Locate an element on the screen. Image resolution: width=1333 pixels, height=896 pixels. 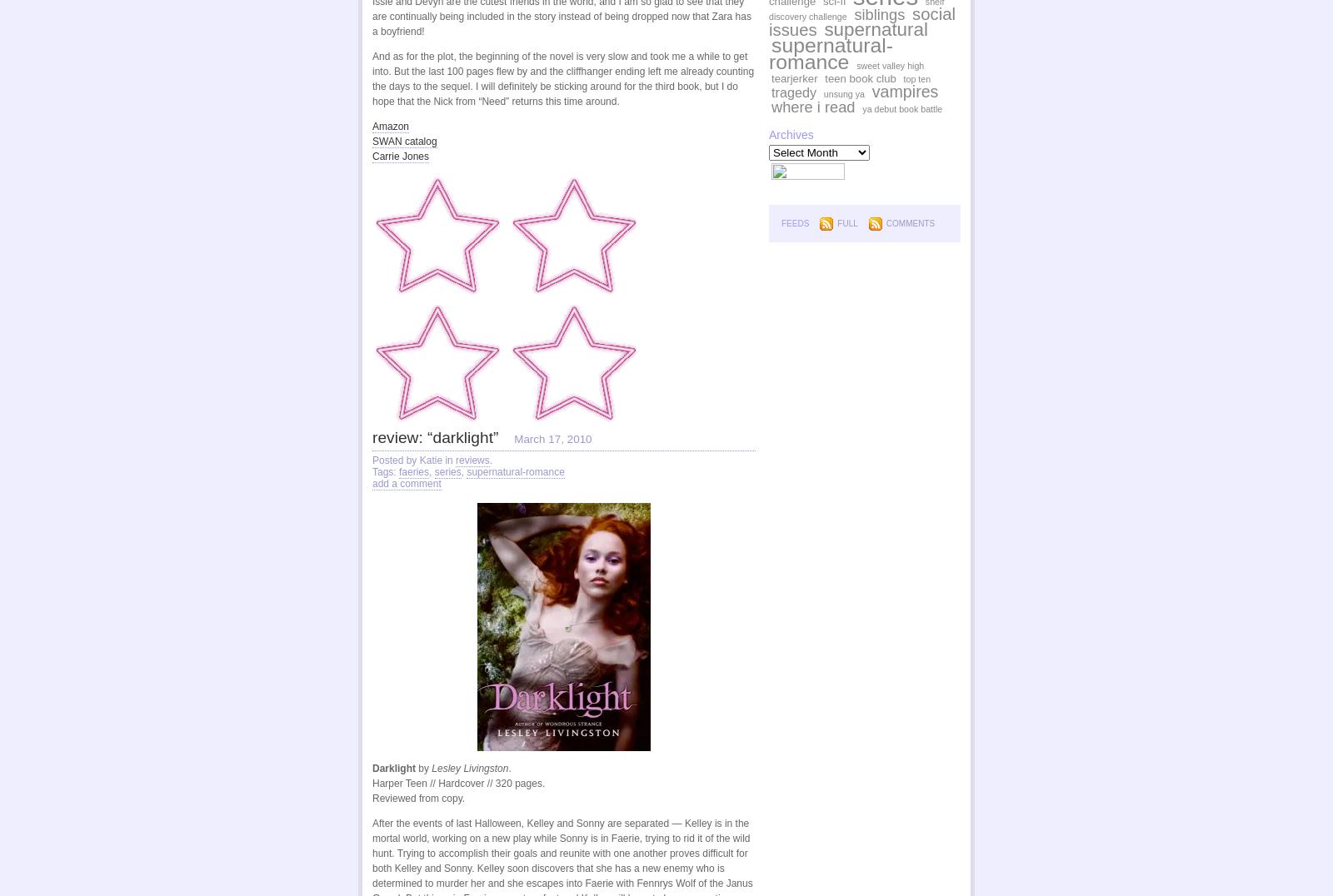
'ya debut book battle' is located at coordinates (862, 107).